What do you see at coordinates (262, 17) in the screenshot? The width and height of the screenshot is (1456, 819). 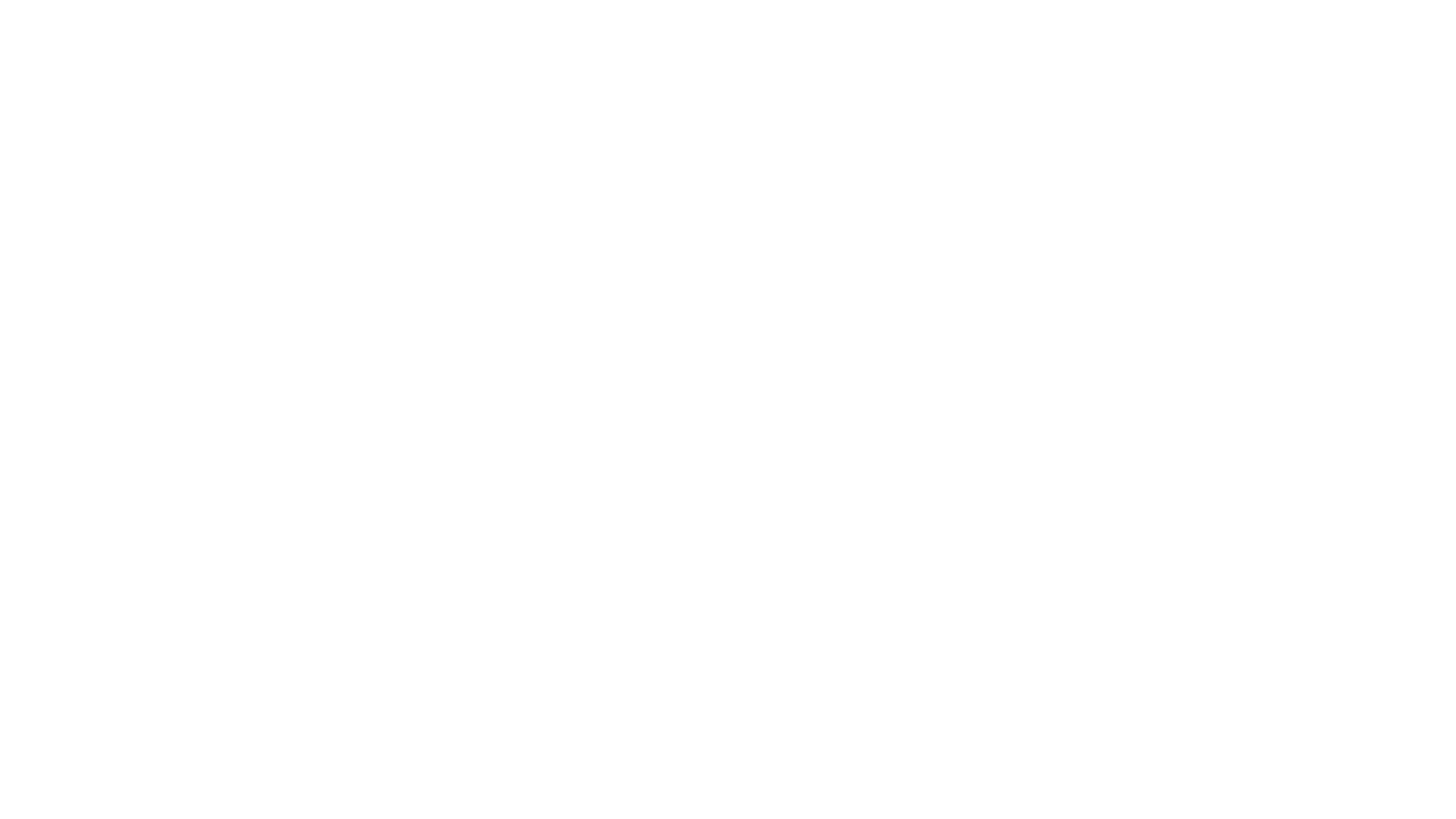 I see `<div>RIOTS RAISES A $3M SEED ROUND WITH TOP-TIER EUROPEAN VC AND BUSINESS ANGELS TO BECOME A LEADER IN FRONT-END SOFTWARE DEVELOPMENT` at bounding box center [262, 17].